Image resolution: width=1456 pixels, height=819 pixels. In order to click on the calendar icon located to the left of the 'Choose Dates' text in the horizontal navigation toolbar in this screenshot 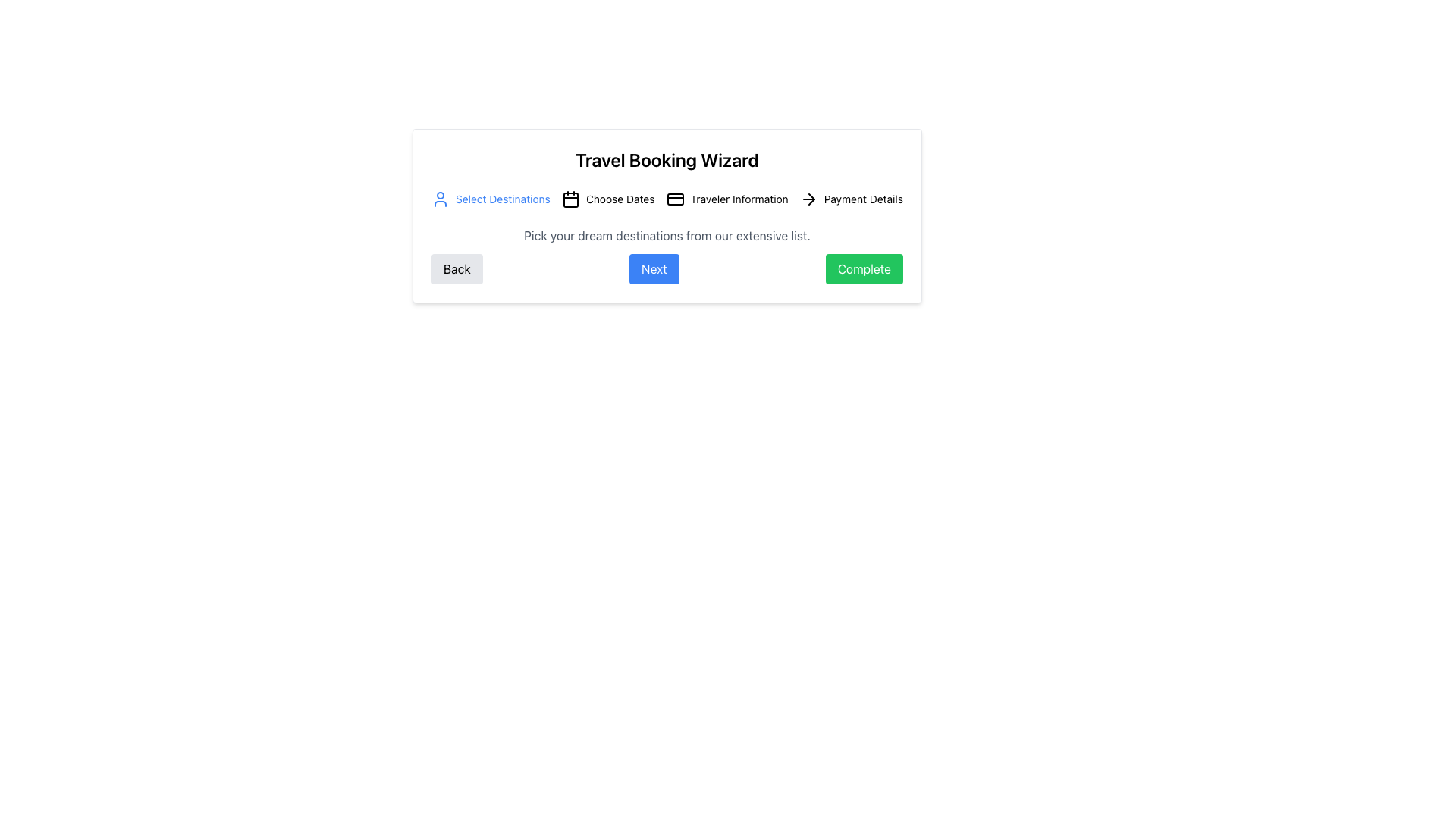, I will do `click(570, 198)`.